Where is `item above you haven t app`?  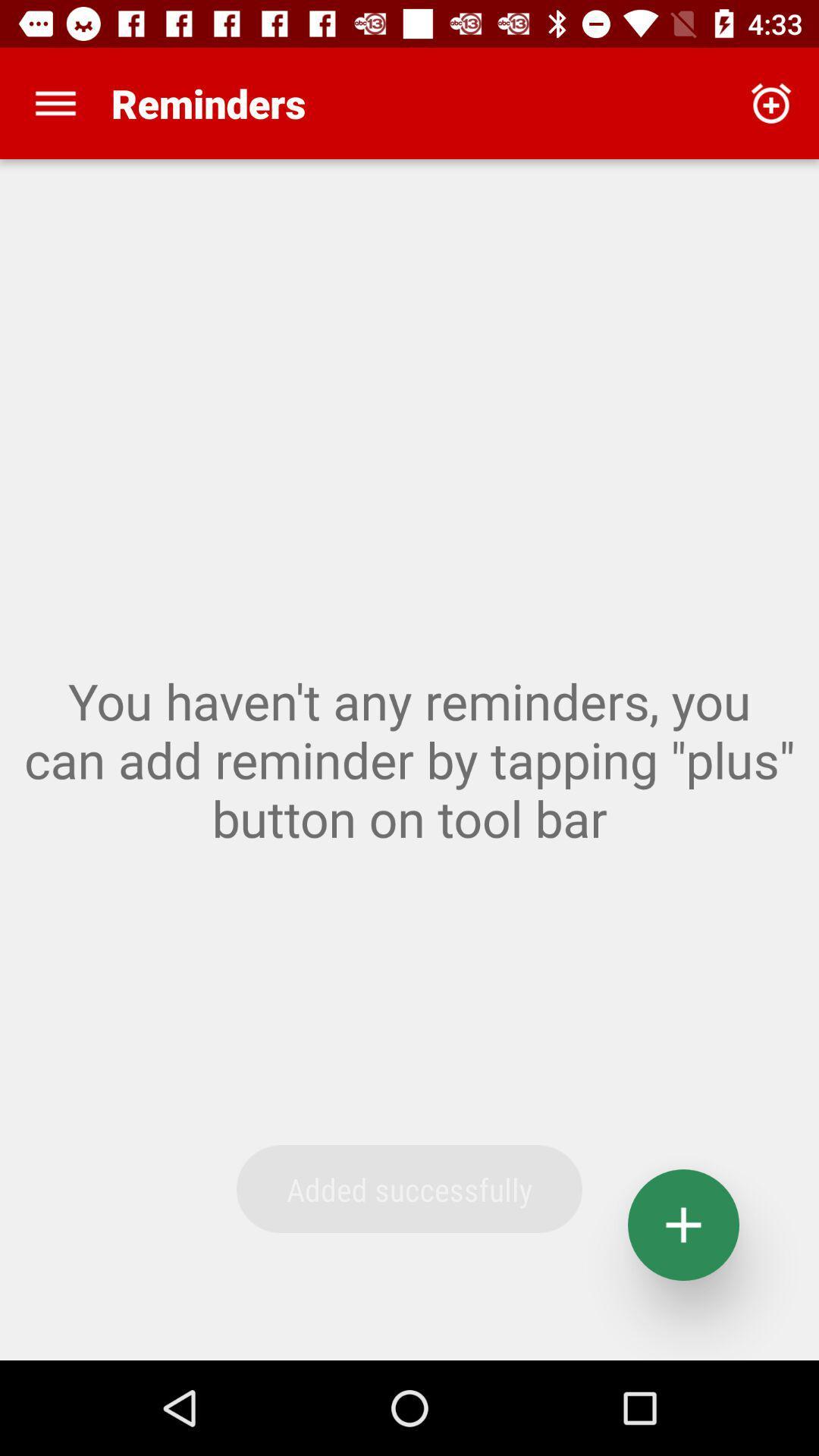 item above you haven t app is located at coordinates (55, 102).